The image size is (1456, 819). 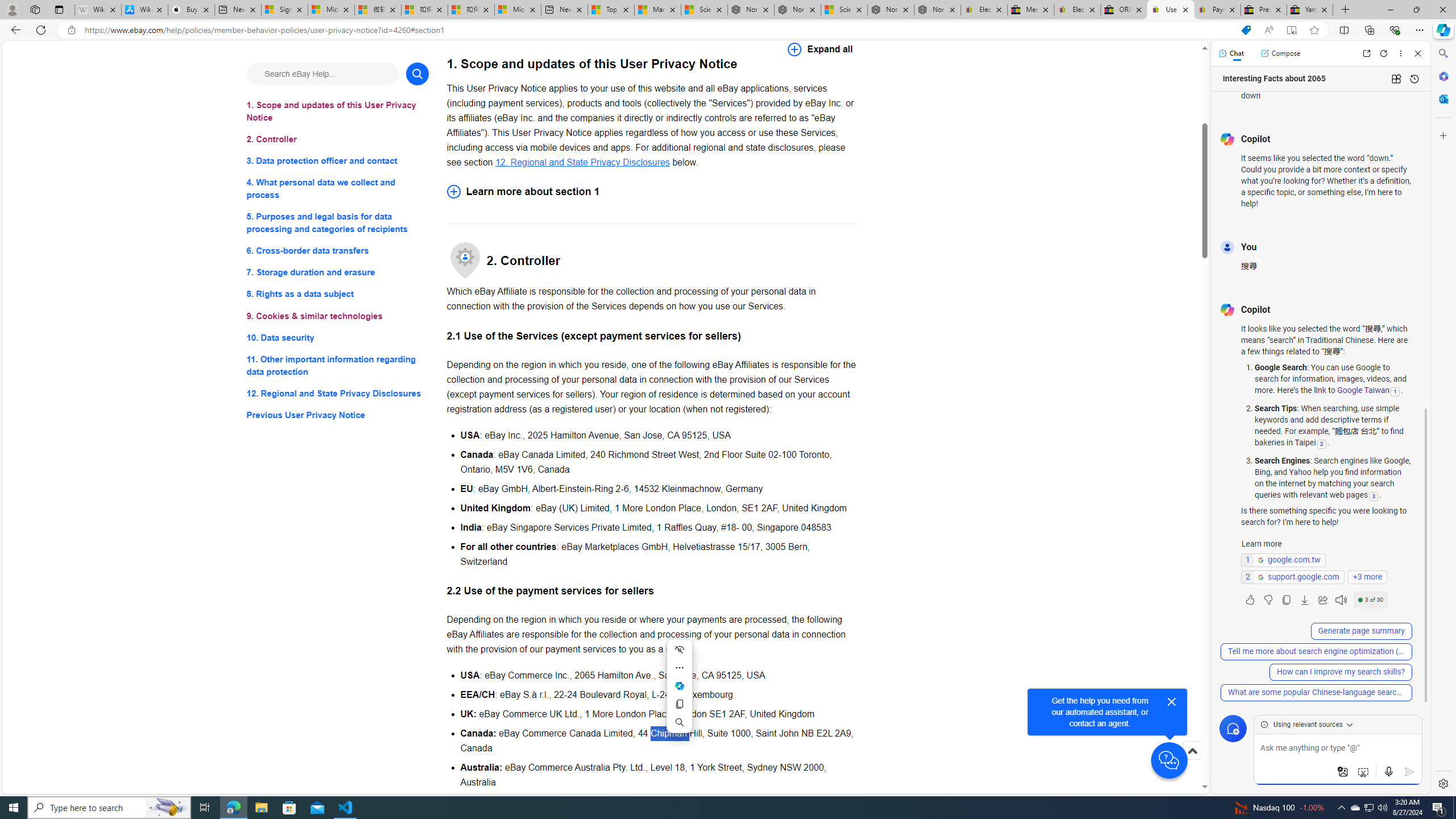 What do you see at coordinates (1246, 30) in the screenshot?
I see `'This site has coupons! Shopping in Microsoft Edge'` at bounding box center [1246, 30].